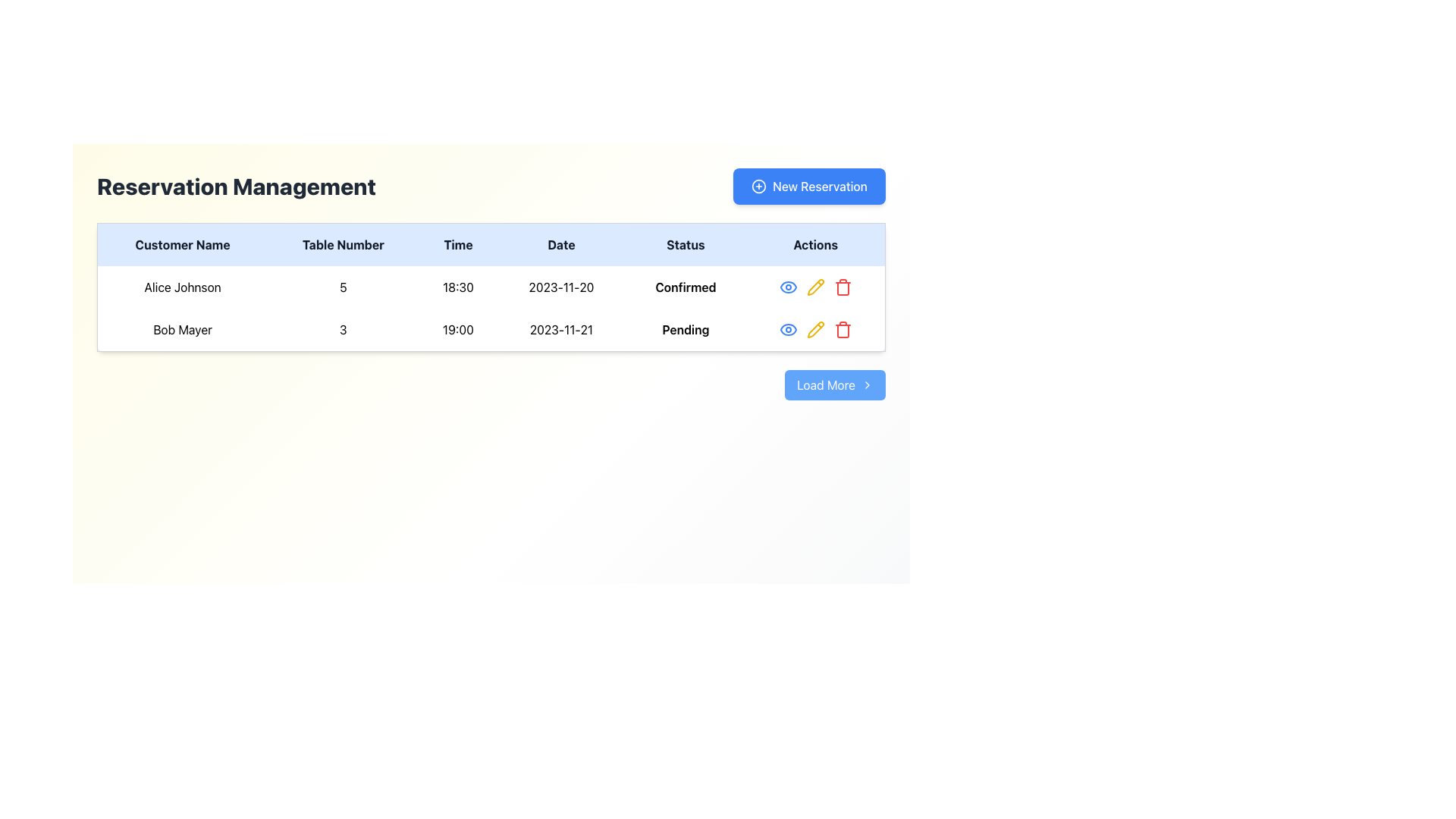  Describe the element at coordinates (457, 329) in the screenshot. I see `the text displaying the time '19:00' in the 'Time' column of the second row of the table, which is associated with a reservation for 'Bob Mayer'` at that location.